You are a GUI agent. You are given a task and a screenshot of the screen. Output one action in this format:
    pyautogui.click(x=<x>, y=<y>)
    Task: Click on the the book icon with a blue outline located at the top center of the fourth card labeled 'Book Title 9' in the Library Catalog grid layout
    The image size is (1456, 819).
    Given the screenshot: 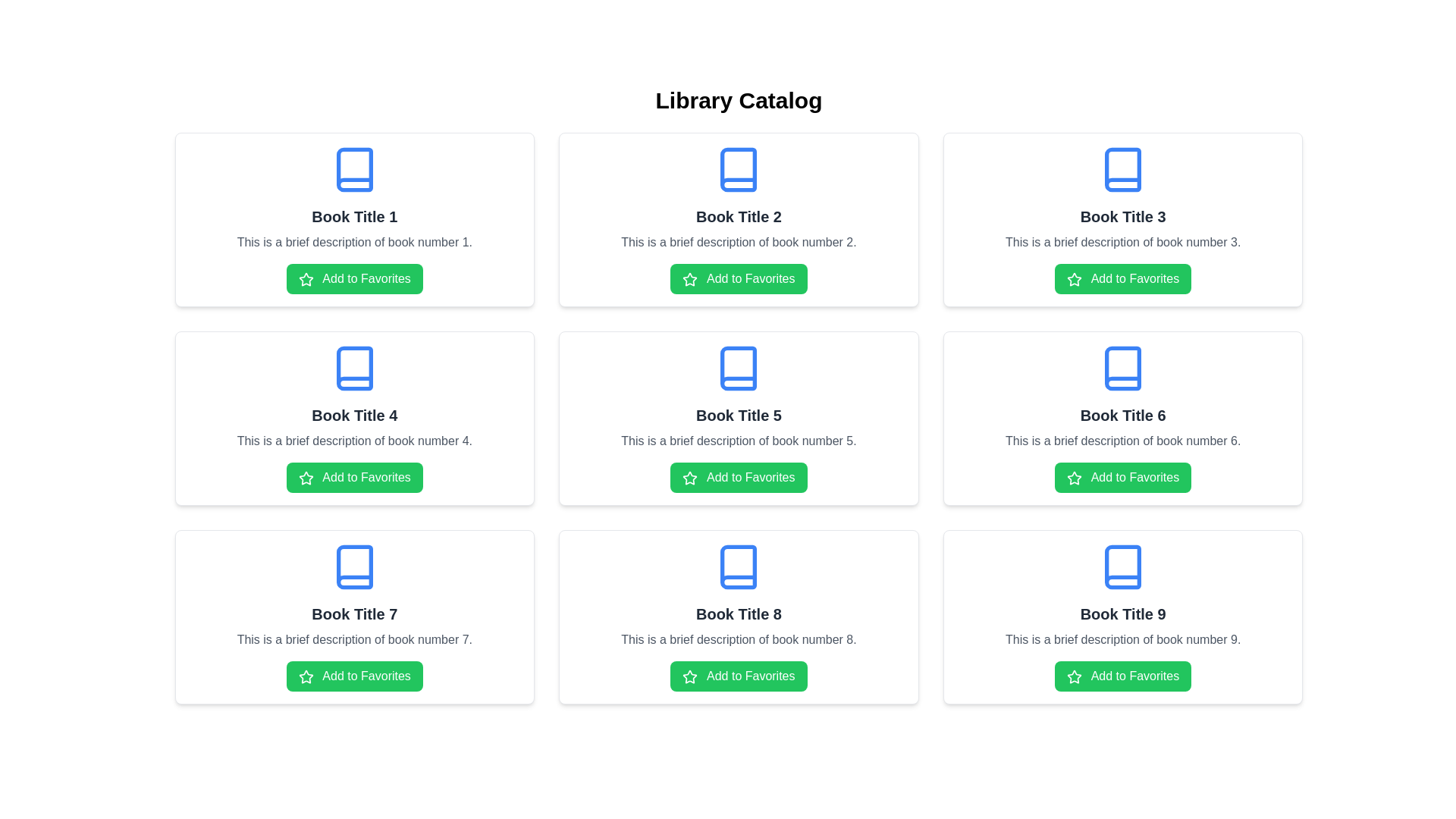 What is the action you would take?
    pyautogui.click(x=1123, y=567)
    